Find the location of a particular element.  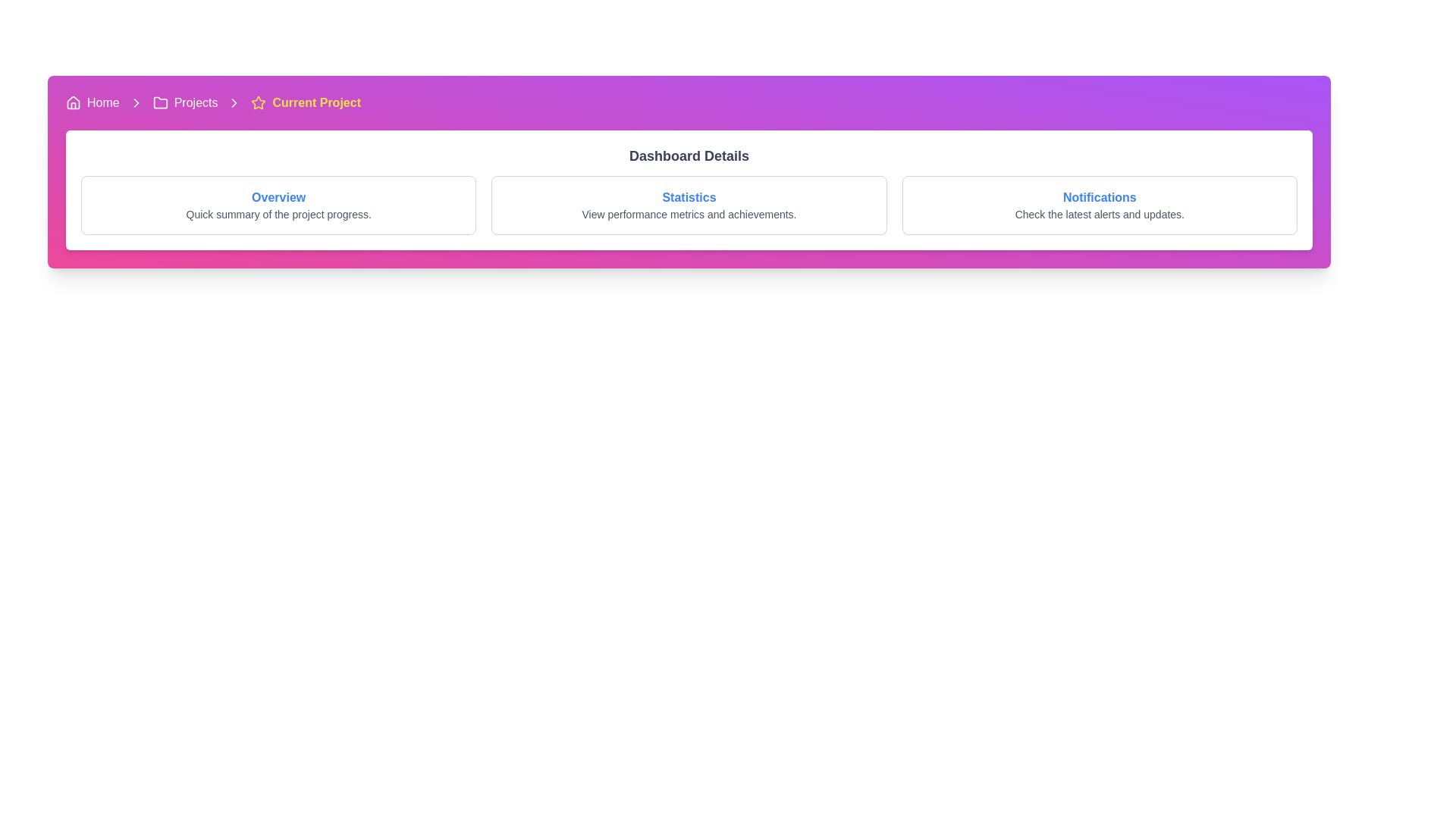

the Informational Section, which is the middle element of the 'Dashboard Details' panel, displaying performance metrics and achievements is located at coordinates (688, 205).